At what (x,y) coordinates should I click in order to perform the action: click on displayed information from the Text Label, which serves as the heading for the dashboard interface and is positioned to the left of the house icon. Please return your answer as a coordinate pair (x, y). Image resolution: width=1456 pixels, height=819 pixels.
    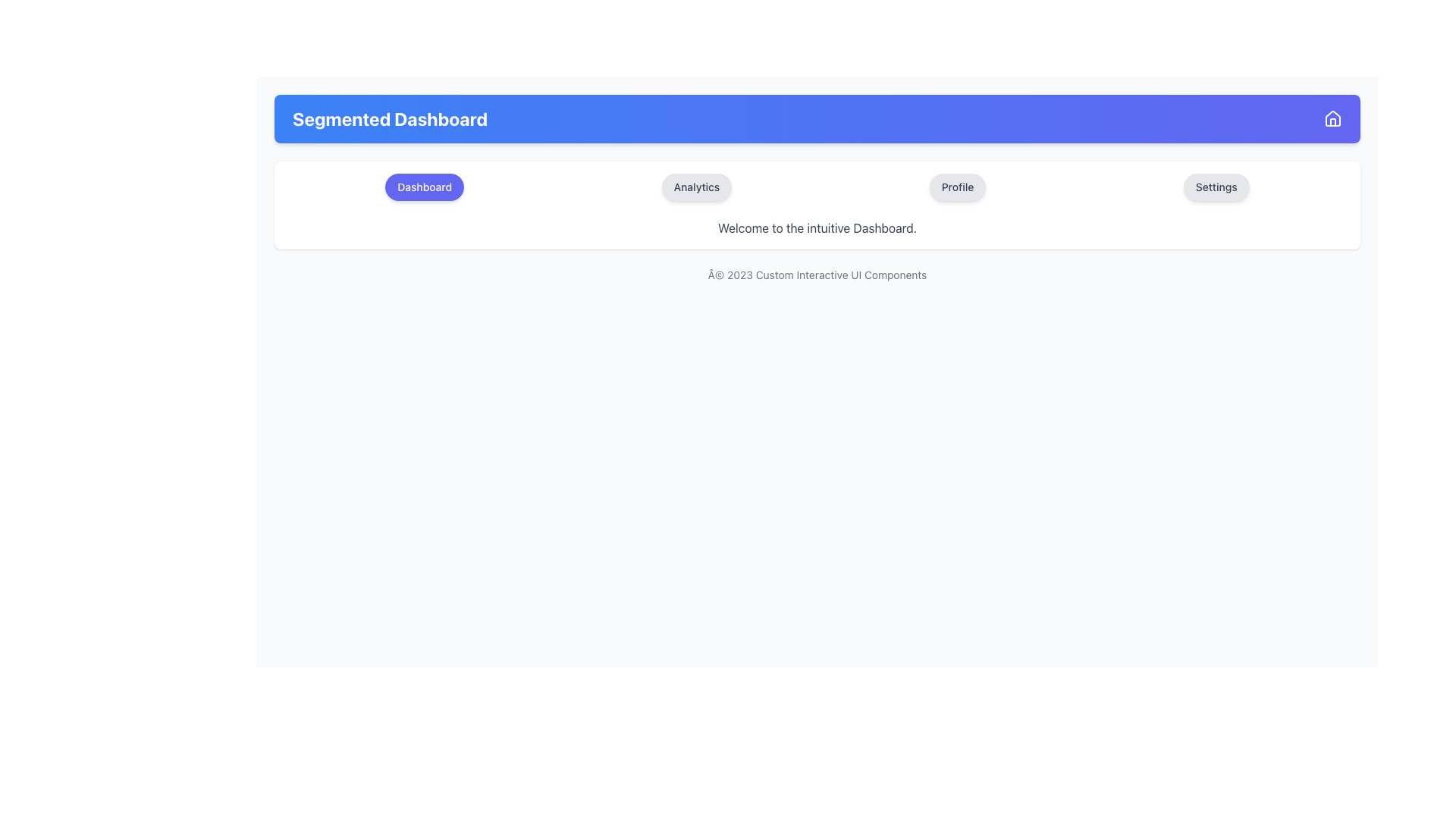
    Looking at the image, I should click on (390, 118).